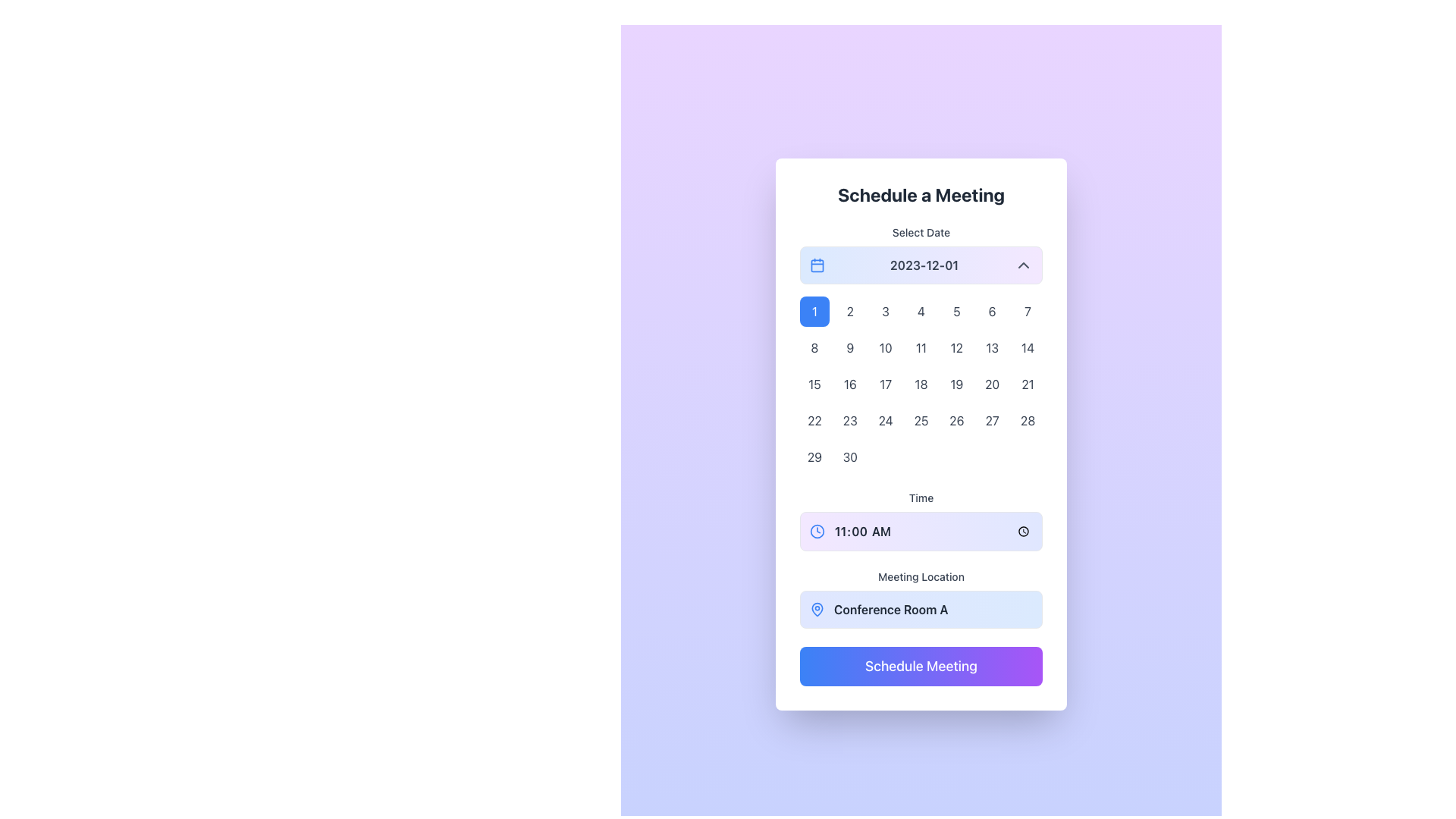 The height and width of the screenshot is (819, 1456). I want to click on the calendar day button labeled '7', located in the first row, seventh column of the calendar grid, so click(1028, 311).